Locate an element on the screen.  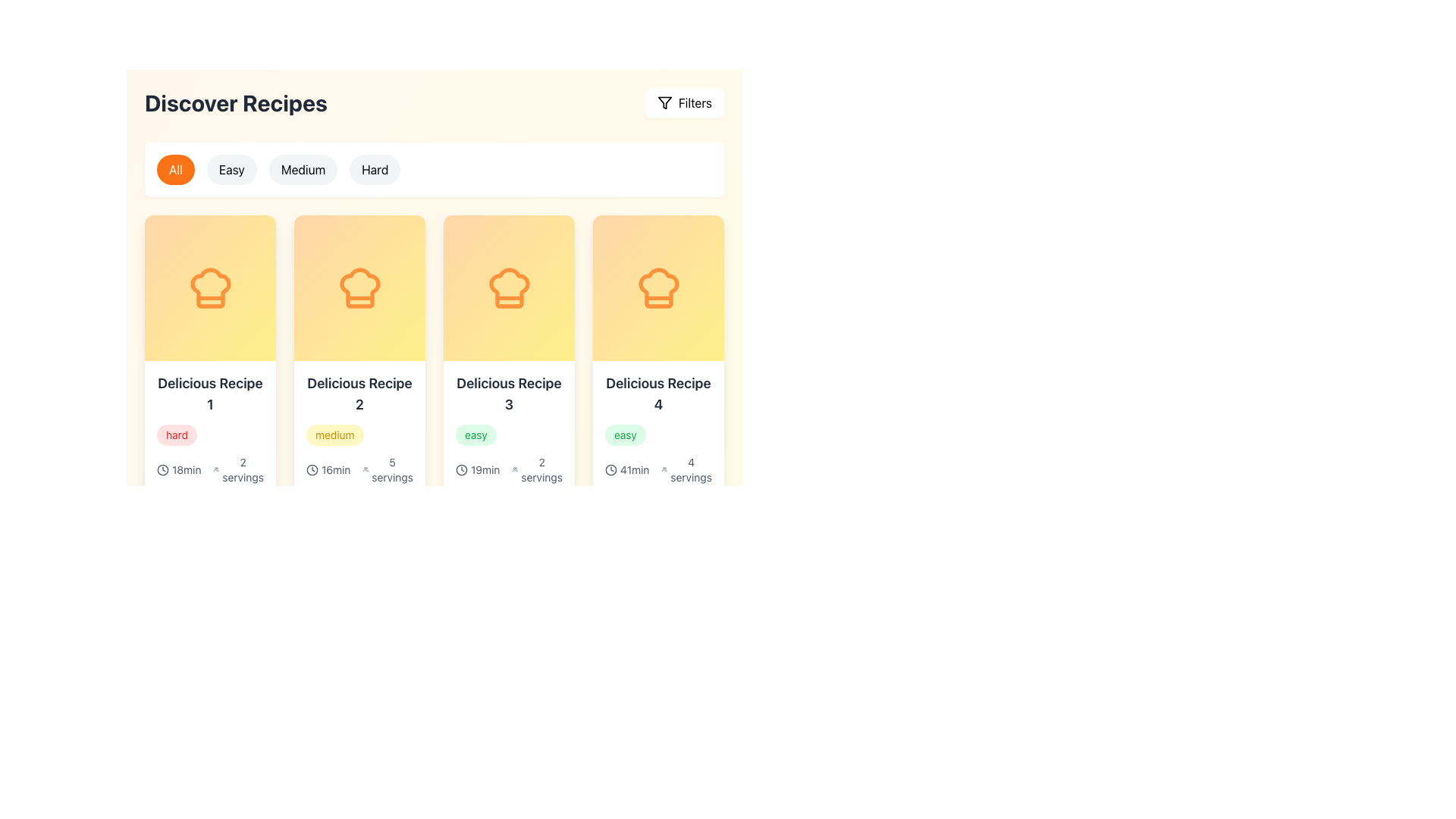
the time icon representing the duration of '16min' in the 'Delicious Recipe 2' card is located at coordinates (312, 469).